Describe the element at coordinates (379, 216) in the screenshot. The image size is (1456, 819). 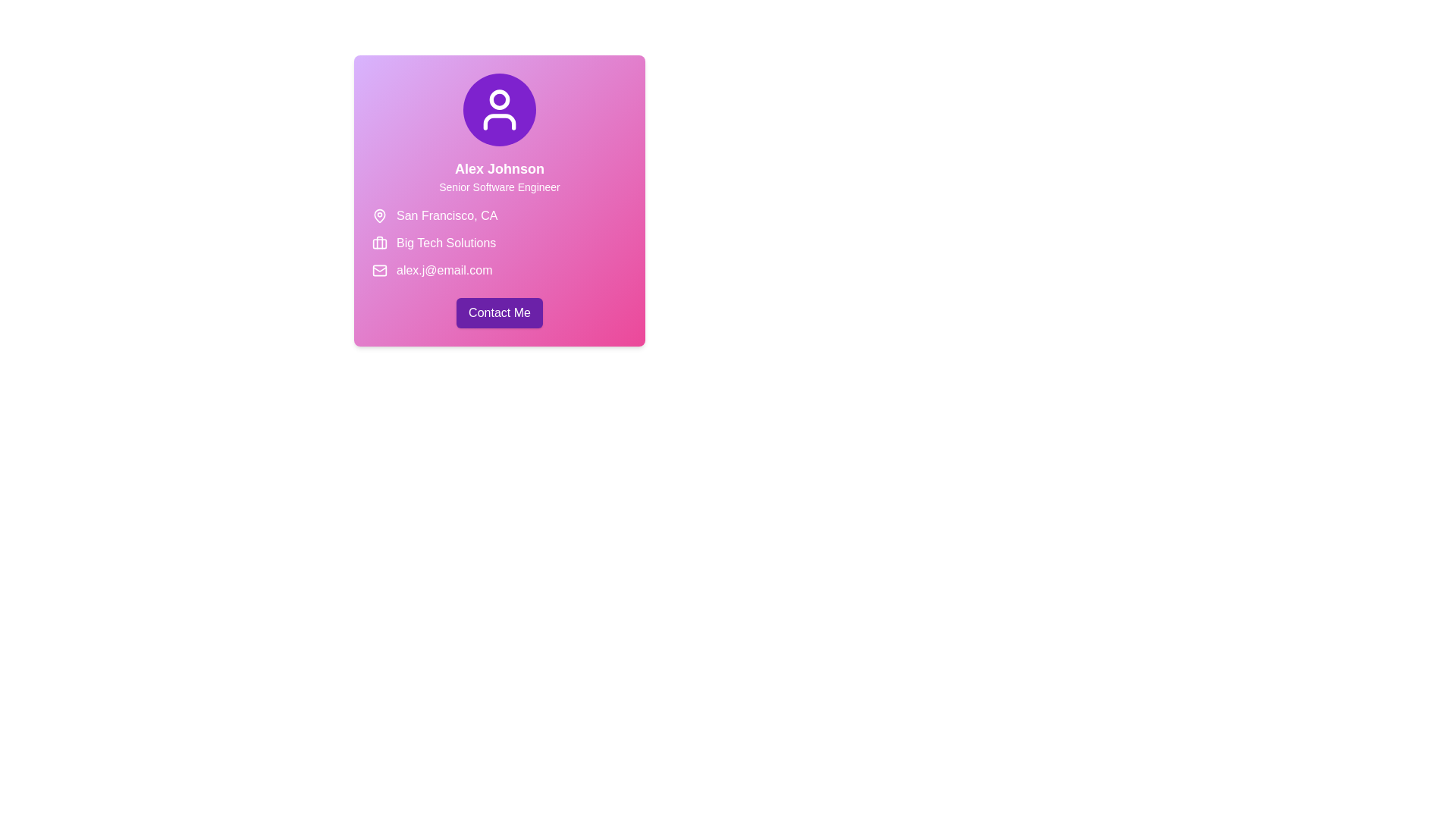
I see `the SVG map pin icon located to the left of the text 'San Francisco, CA' in the top left corner of the interface` at that location.